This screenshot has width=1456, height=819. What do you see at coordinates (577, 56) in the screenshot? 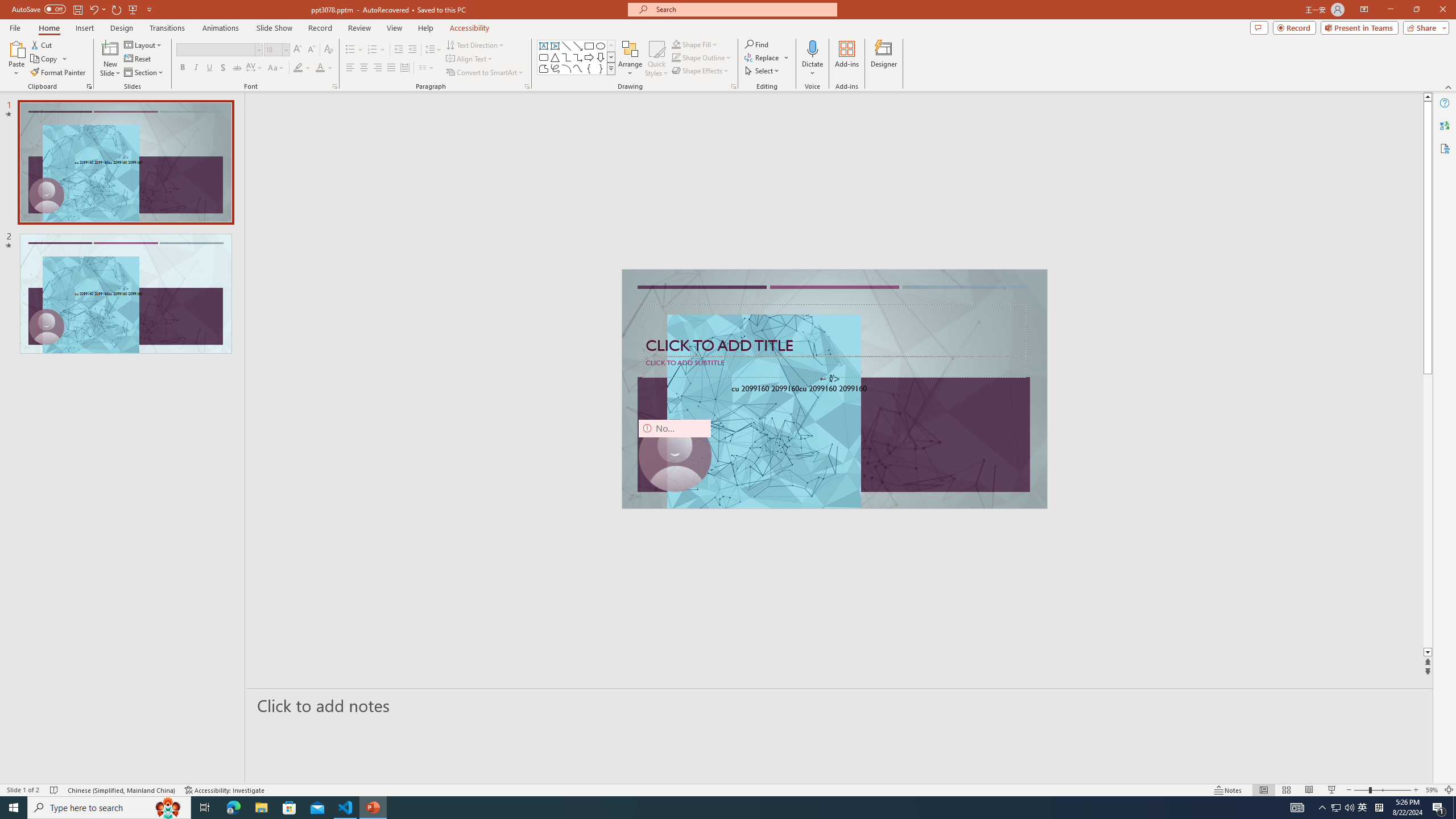
I see `'Connector: Elbow Arrow'` at bounding box center [577, 56].